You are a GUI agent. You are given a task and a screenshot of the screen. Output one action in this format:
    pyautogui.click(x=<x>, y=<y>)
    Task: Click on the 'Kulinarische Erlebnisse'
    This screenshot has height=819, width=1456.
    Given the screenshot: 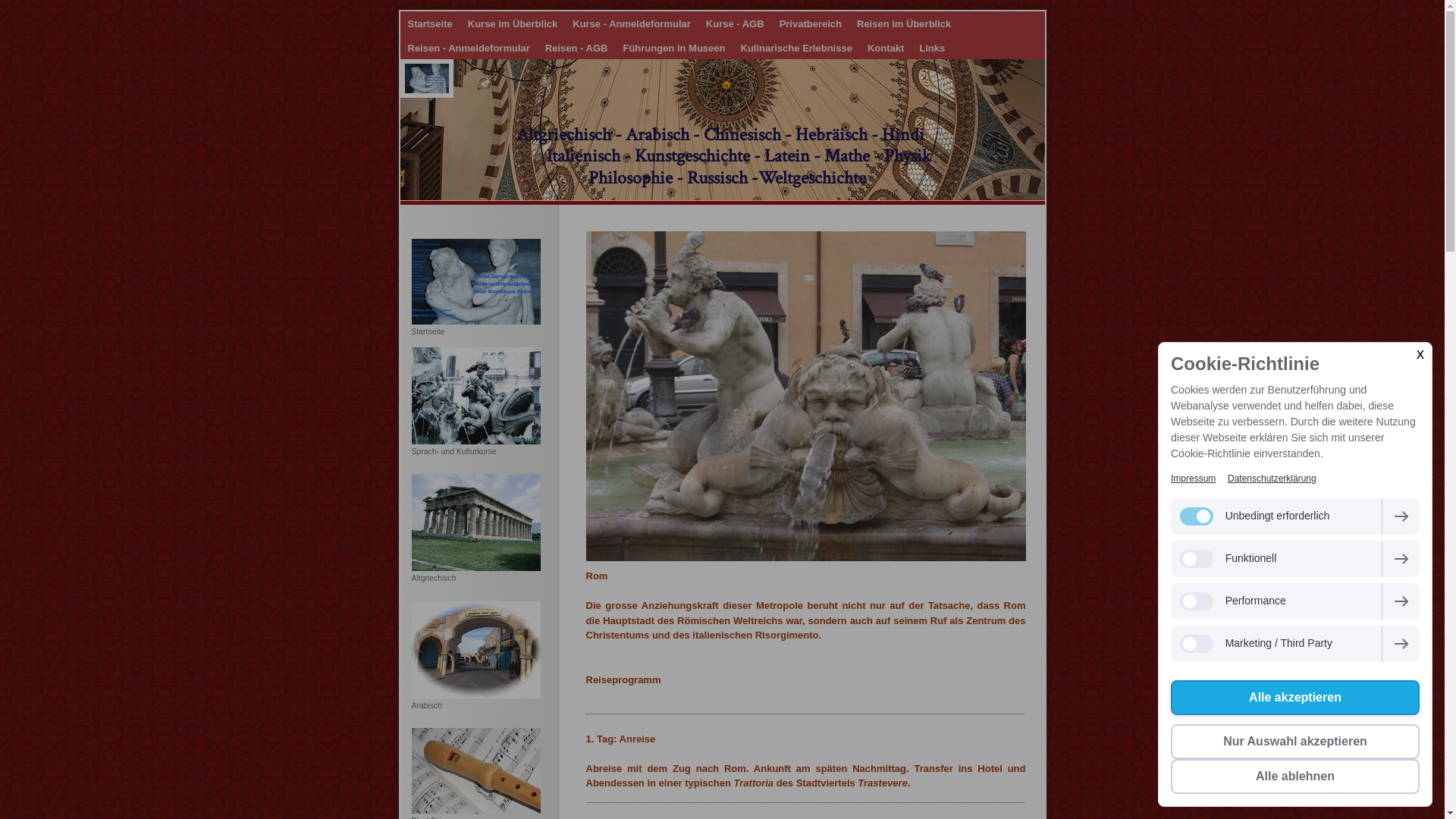 What is the action you would take?
    pyautogui.click(x=795, y=46)
    